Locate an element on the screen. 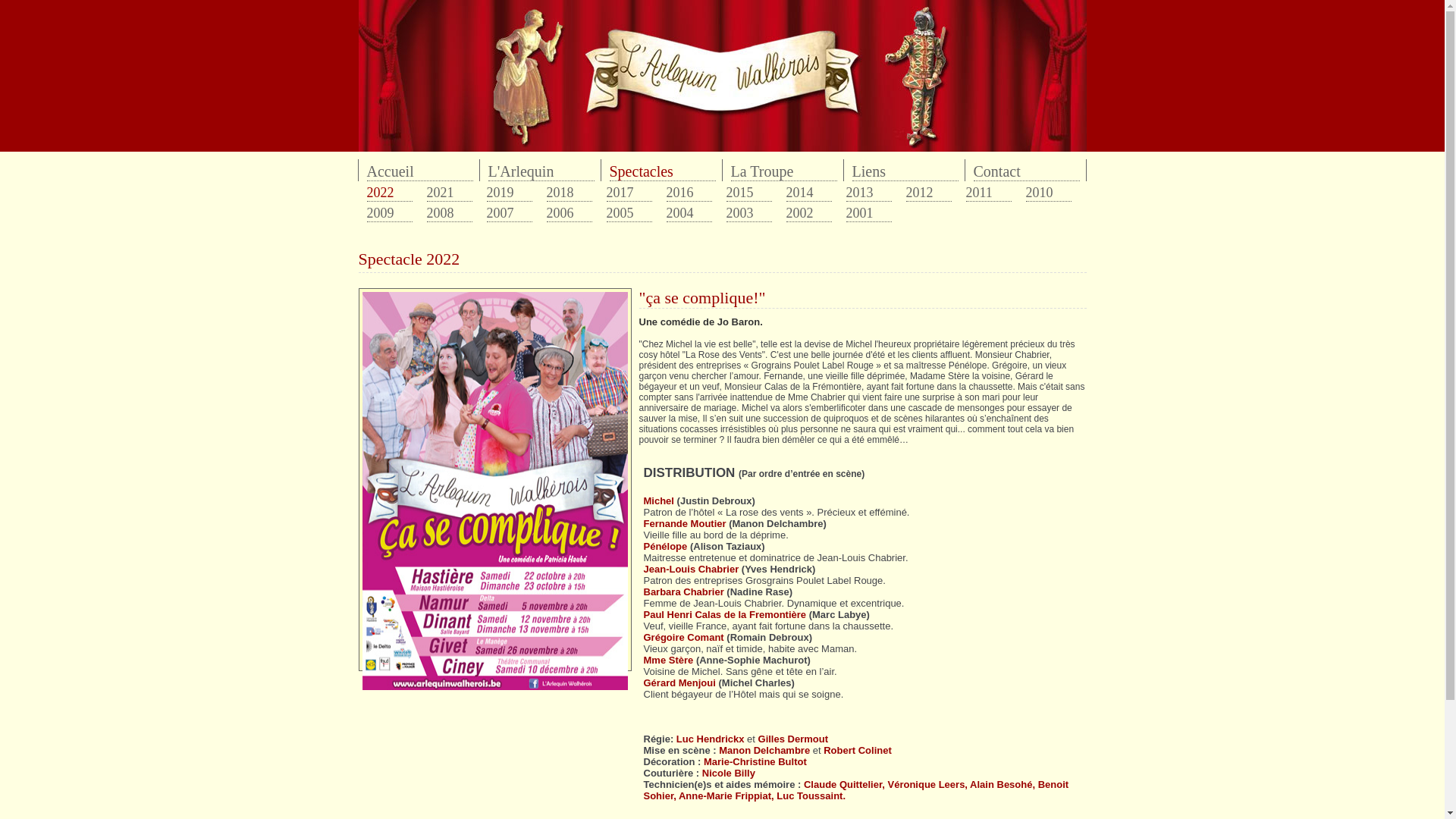 The image size is (1456, 819). 'L'Arlequin' is located at coordinates (541, 171).